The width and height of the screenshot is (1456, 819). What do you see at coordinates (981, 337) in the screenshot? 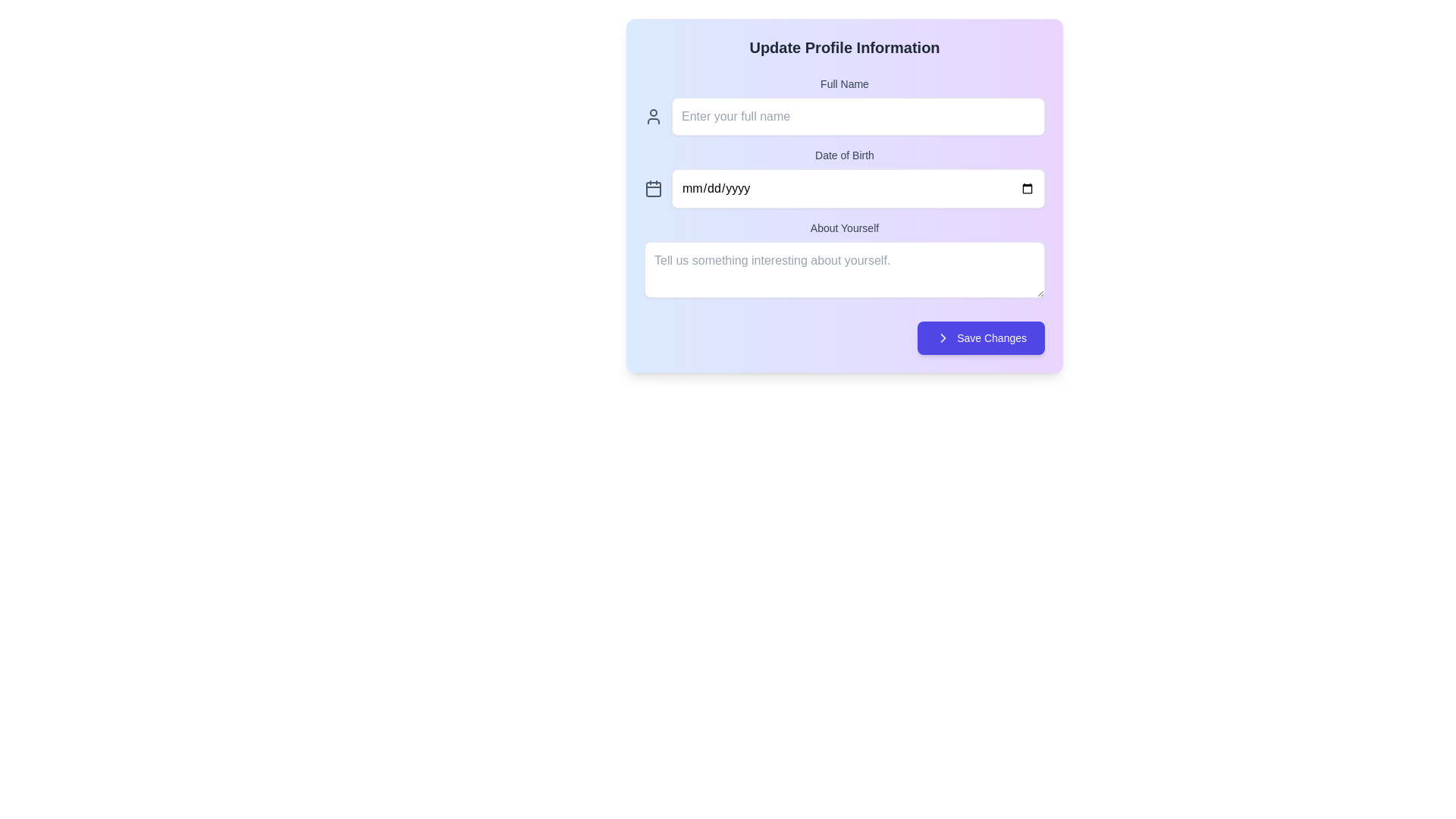
I see `the primary action button located at the bottom-right of the 'Update Profile Information' form to change its background color` at bounding box center [981, 337].